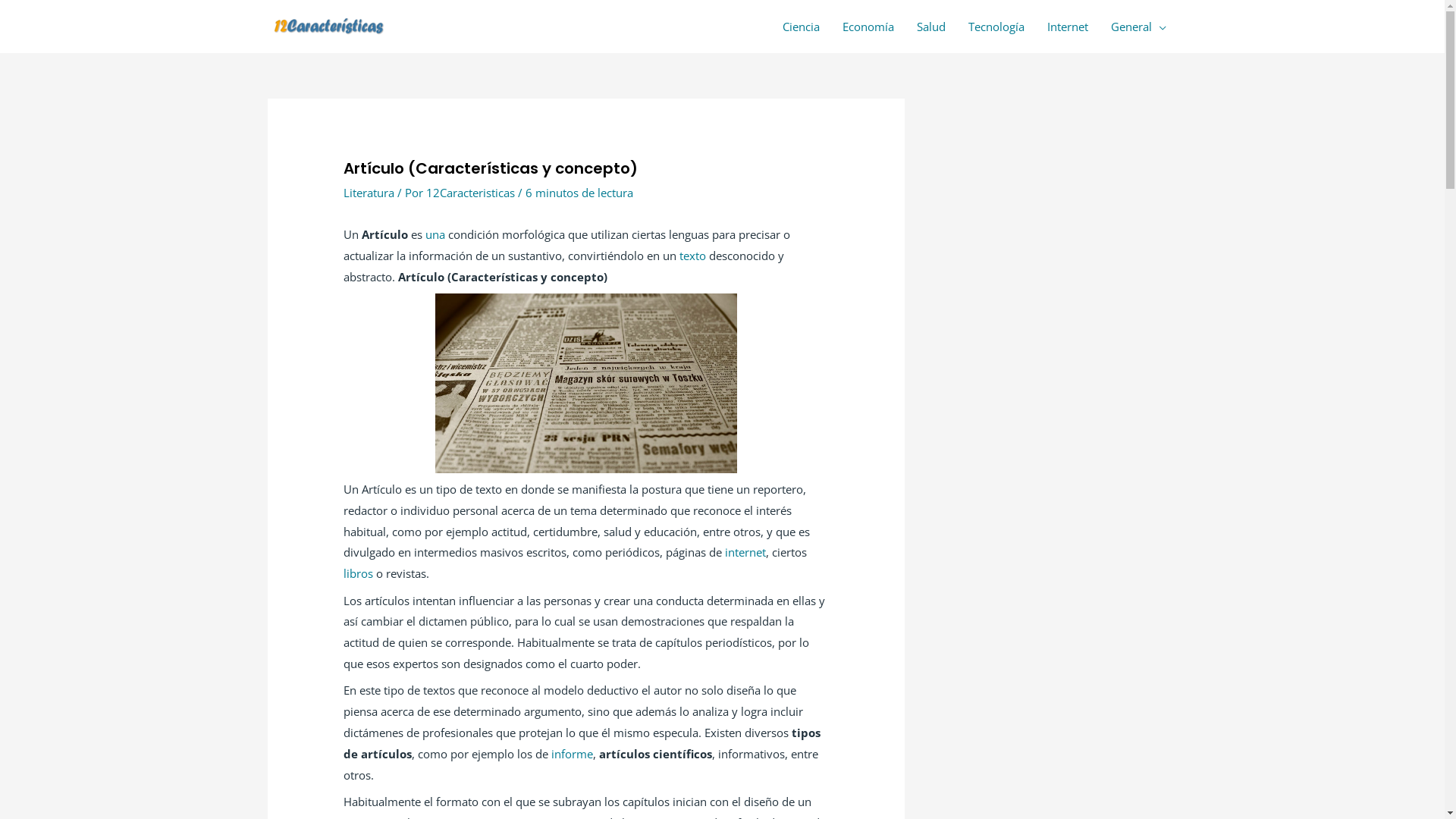 Image resolution: width=1456 pixels, height=819 pixels. Describe the element at coordinates (1138, 26) in the screenshot. I see `'General'` at that location.